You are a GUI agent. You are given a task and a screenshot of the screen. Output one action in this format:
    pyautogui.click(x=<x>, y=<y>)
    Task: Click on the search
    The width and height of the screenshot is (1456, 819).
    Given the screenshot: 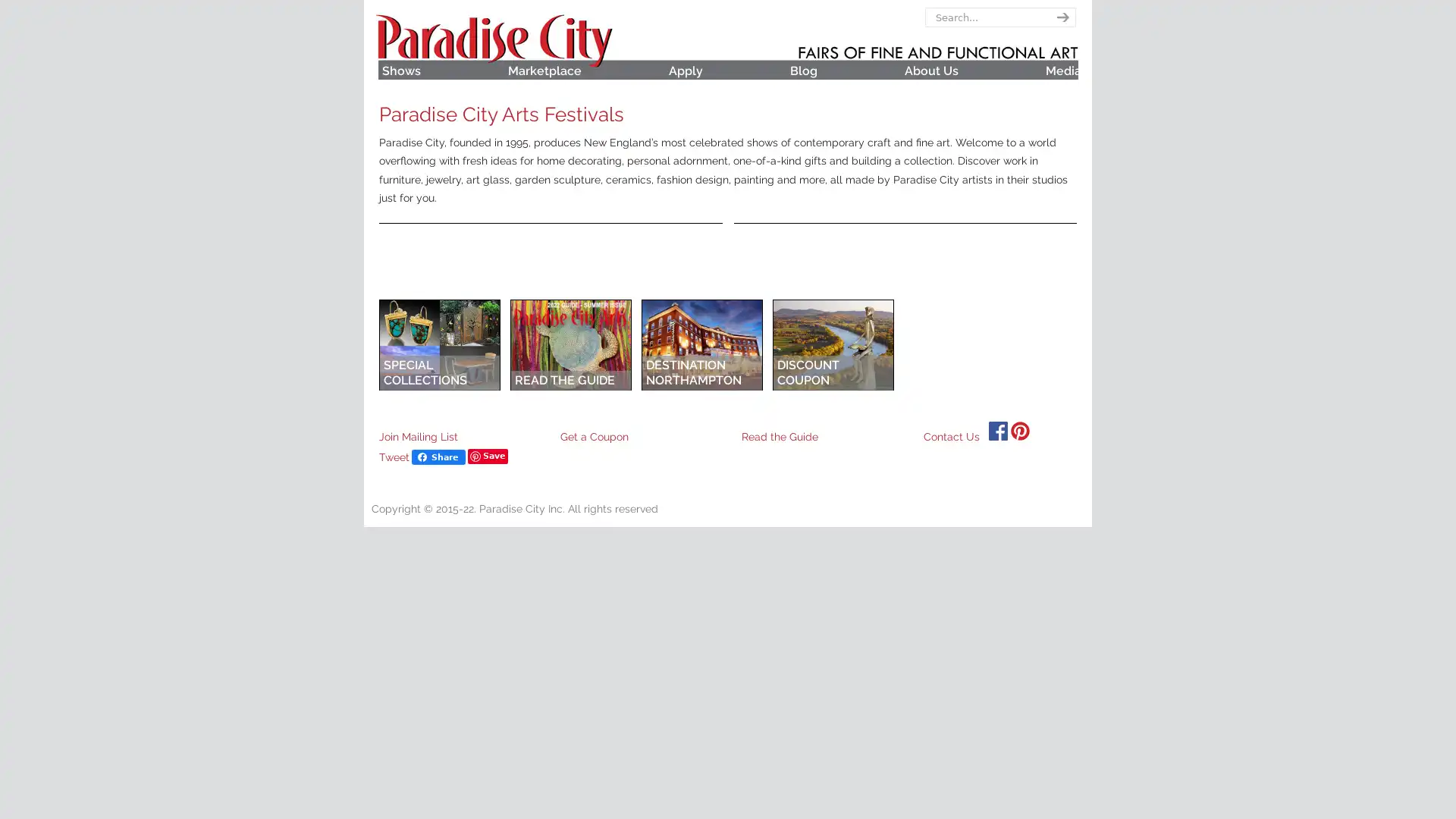 What is the action you would take?
    pyautogui.click(x=1059, y=17)
    